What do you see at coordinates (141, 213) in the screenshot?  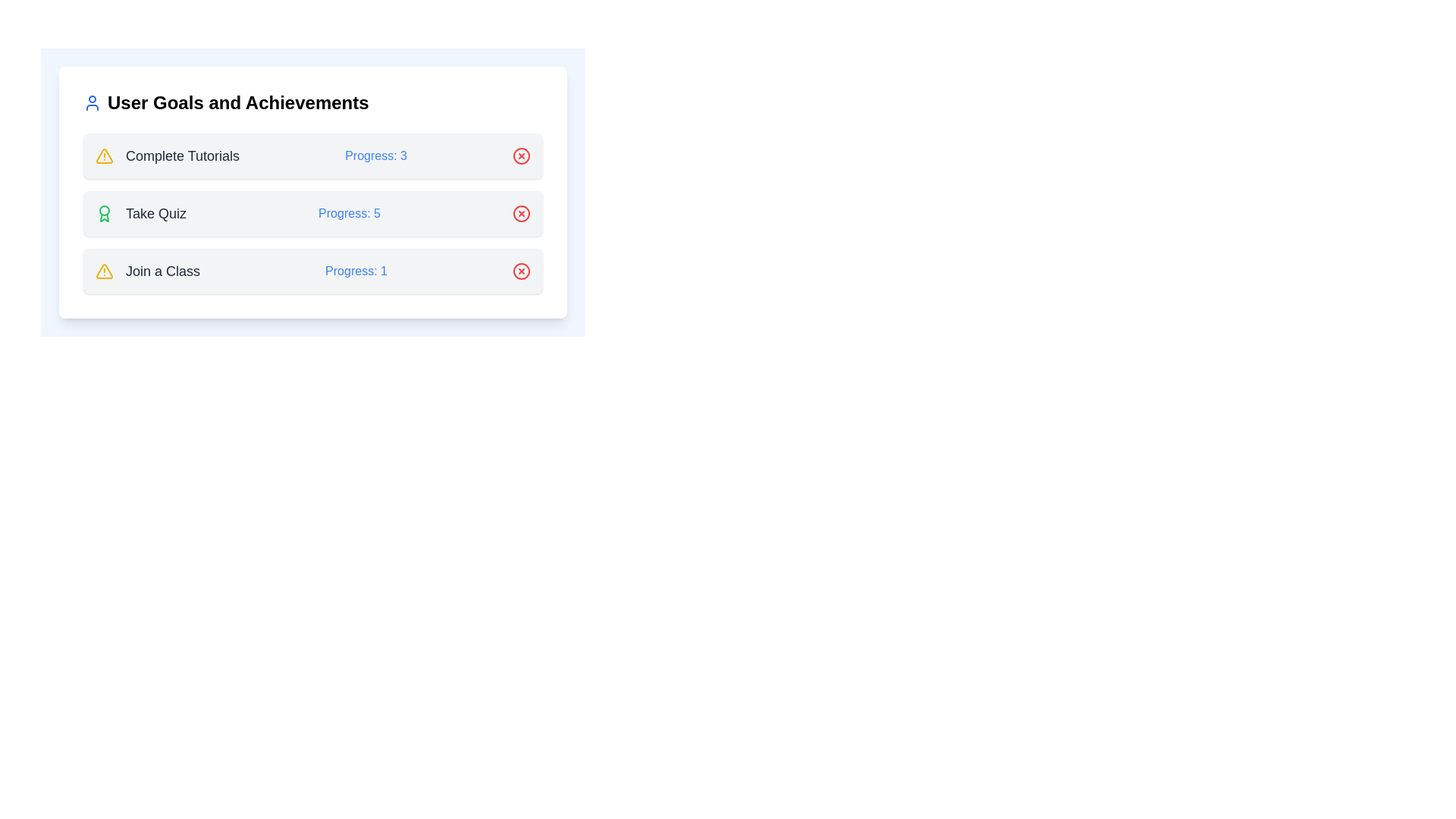 I see `the icon next to the 'Take a quiz' text element in the second row of the 'User Goals and Achievements' card layout for additional actions` at bounding box center [141, 213].